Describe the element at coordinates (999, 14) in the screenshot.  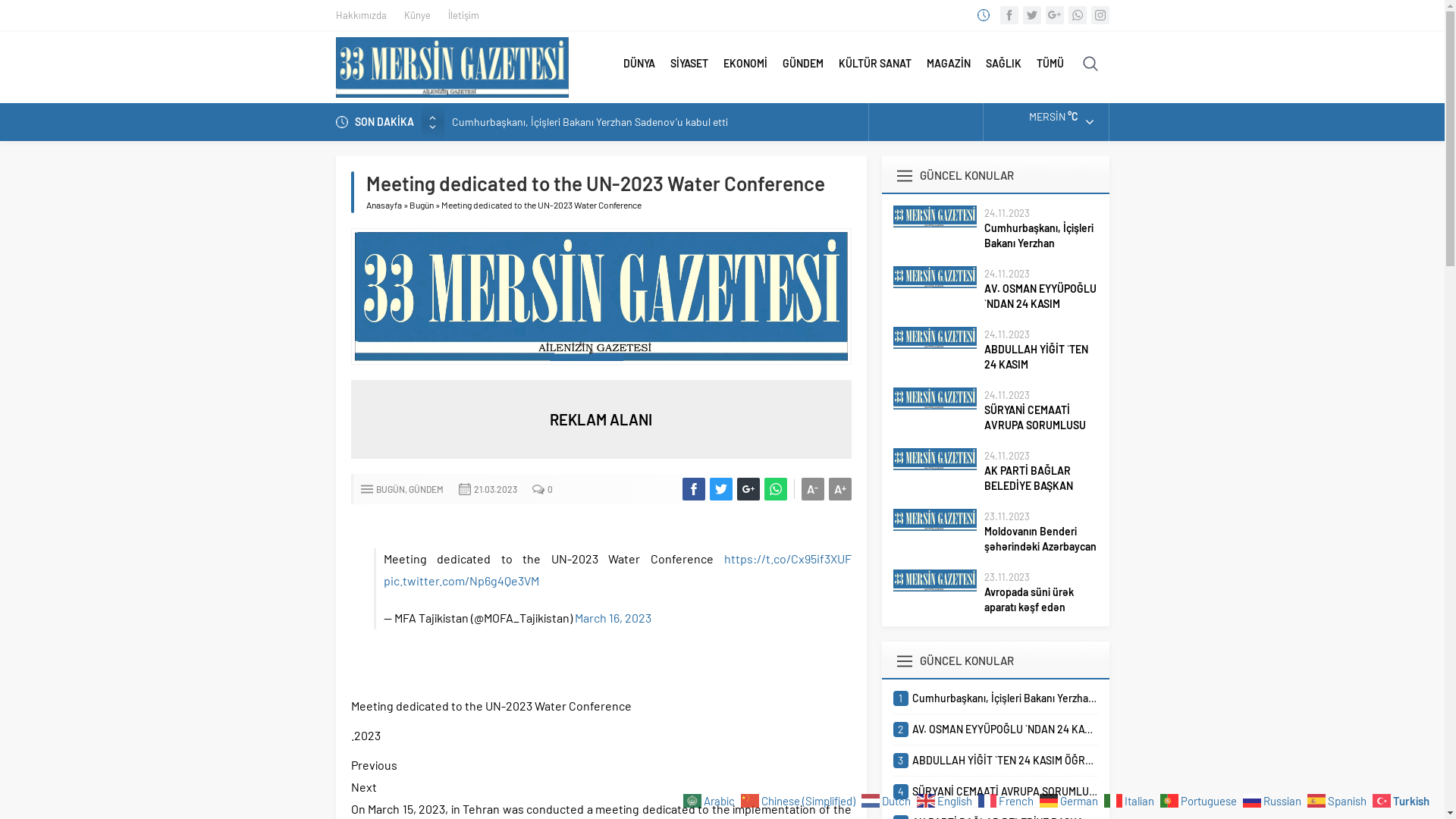
I see `'Facebook'` at that location.